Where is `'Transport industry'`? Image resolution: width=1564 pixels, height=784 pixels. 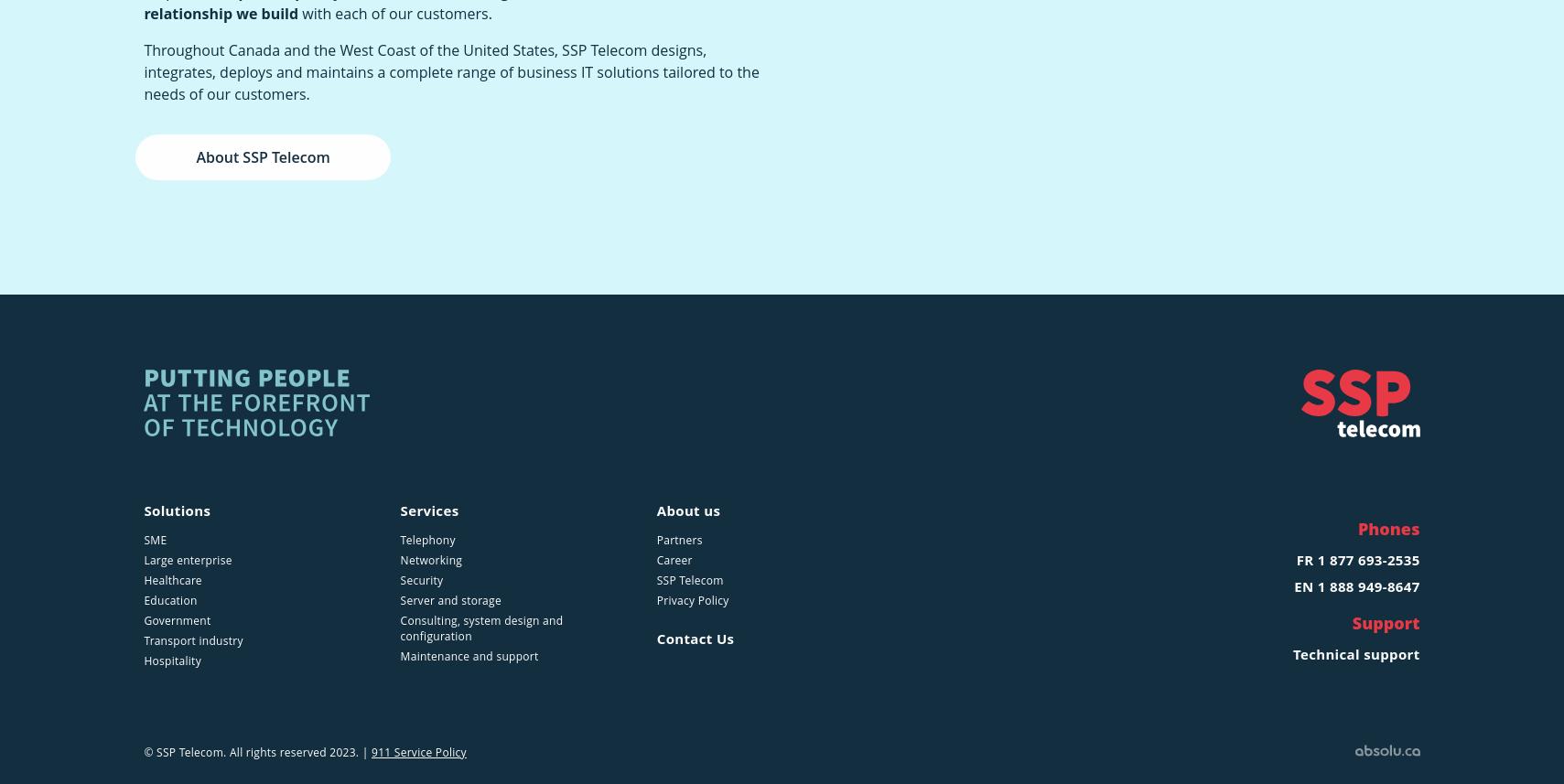
'Transport industry' is located at coordinates (192, 639).